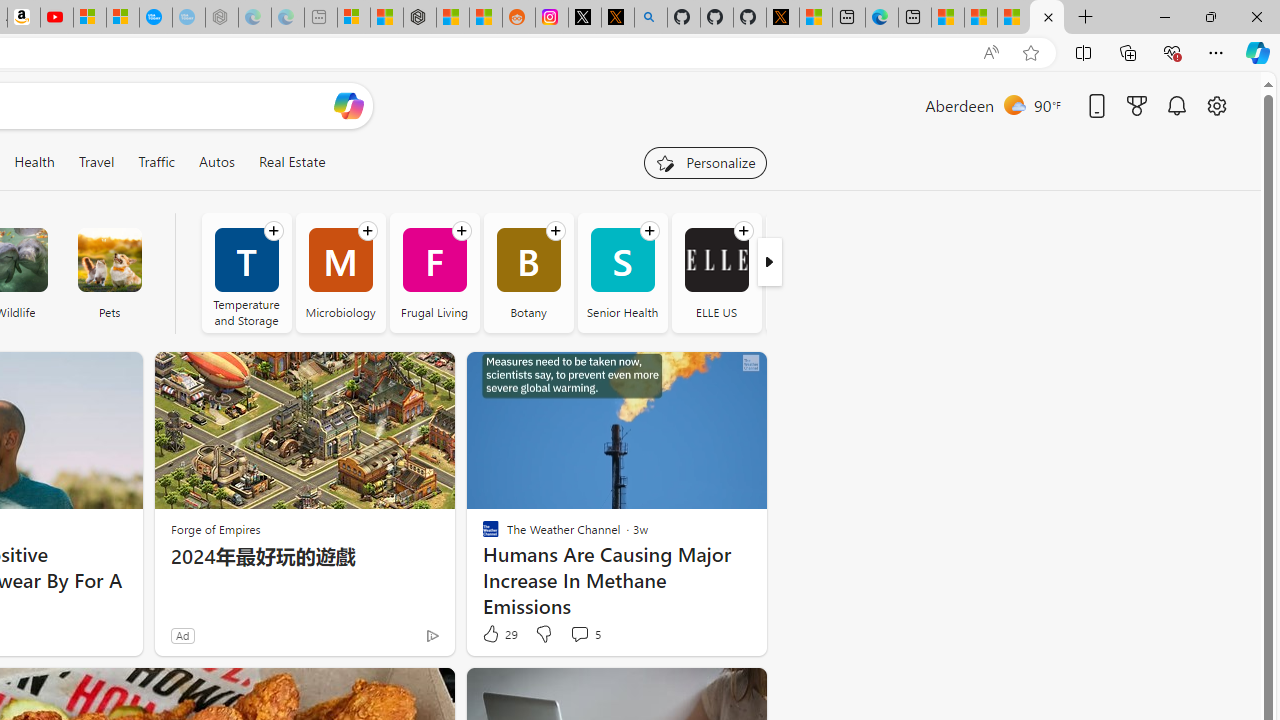  I want to click on 'Follow channel', so click(742, 230).